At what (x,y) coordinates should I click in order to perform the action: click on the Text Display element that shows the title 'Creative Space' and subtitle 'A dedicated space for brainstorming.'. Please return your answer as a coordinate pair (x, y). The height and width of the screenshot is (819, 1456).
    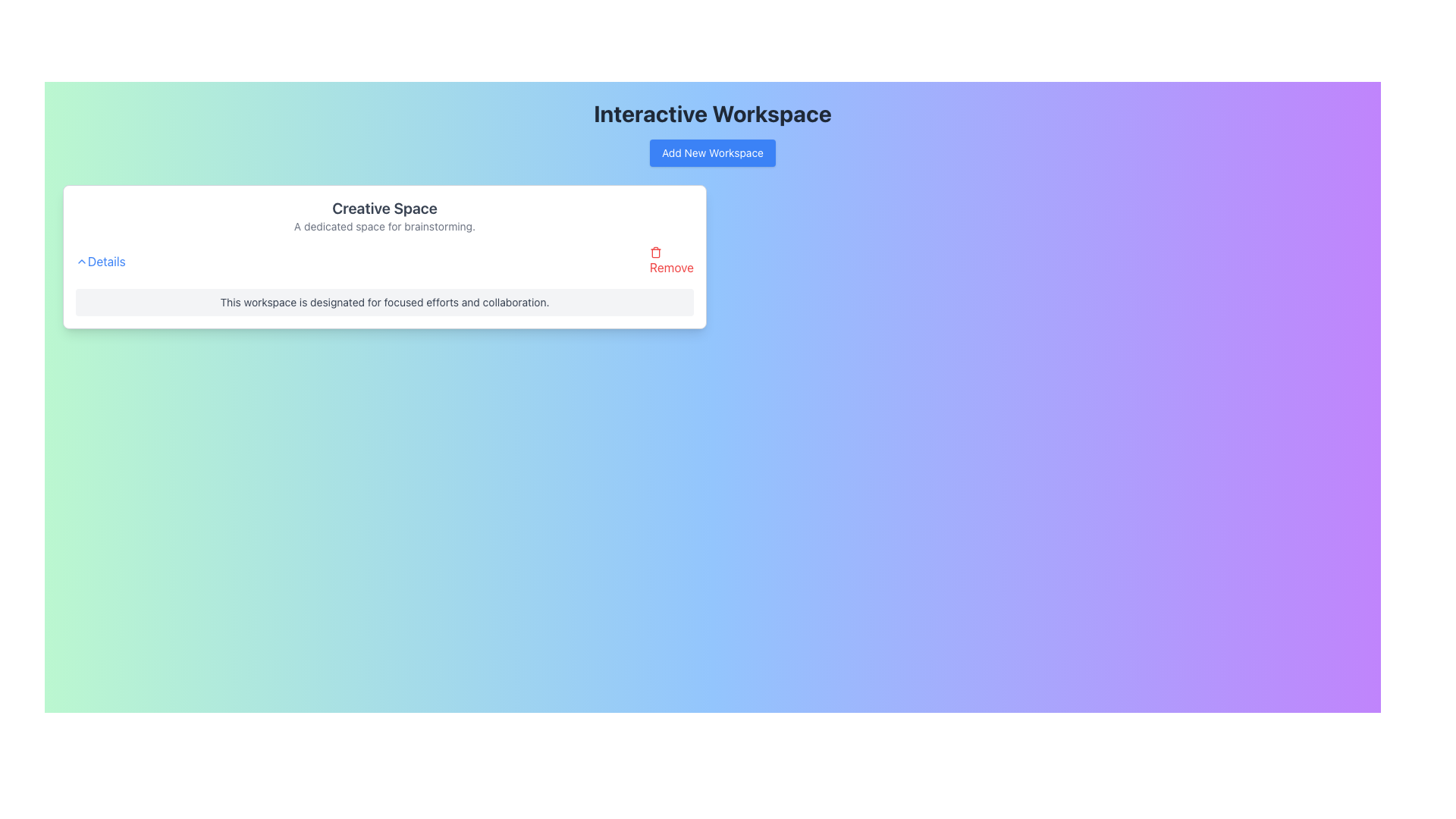
    Looking at the image, I should click on (384, 216).